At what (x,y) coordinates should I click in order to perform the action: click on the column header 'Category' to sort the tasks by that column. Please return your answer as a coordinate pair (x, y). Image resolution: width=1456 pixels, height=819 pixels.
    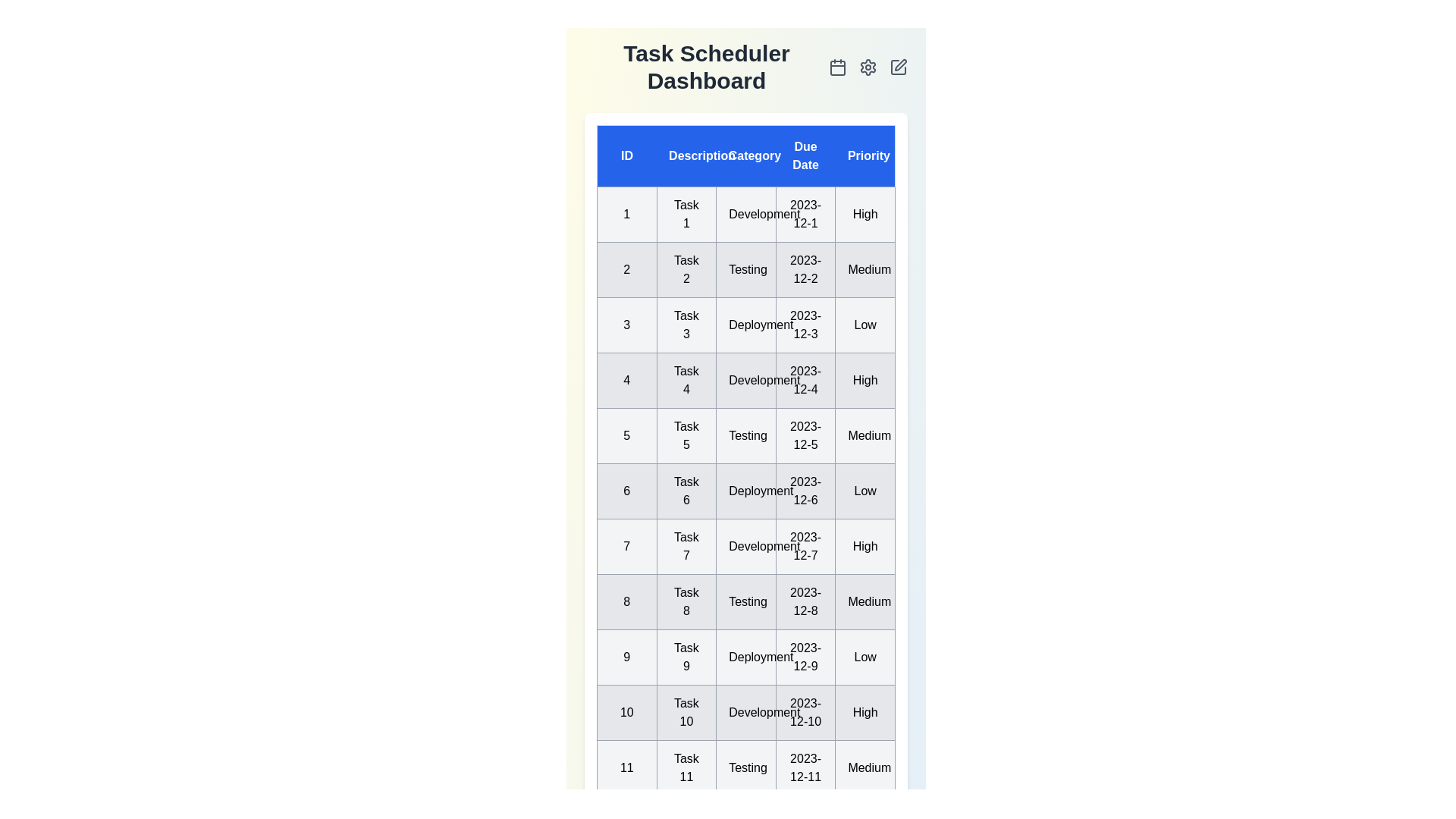
    Looking at the image, I should click on (745, 155).